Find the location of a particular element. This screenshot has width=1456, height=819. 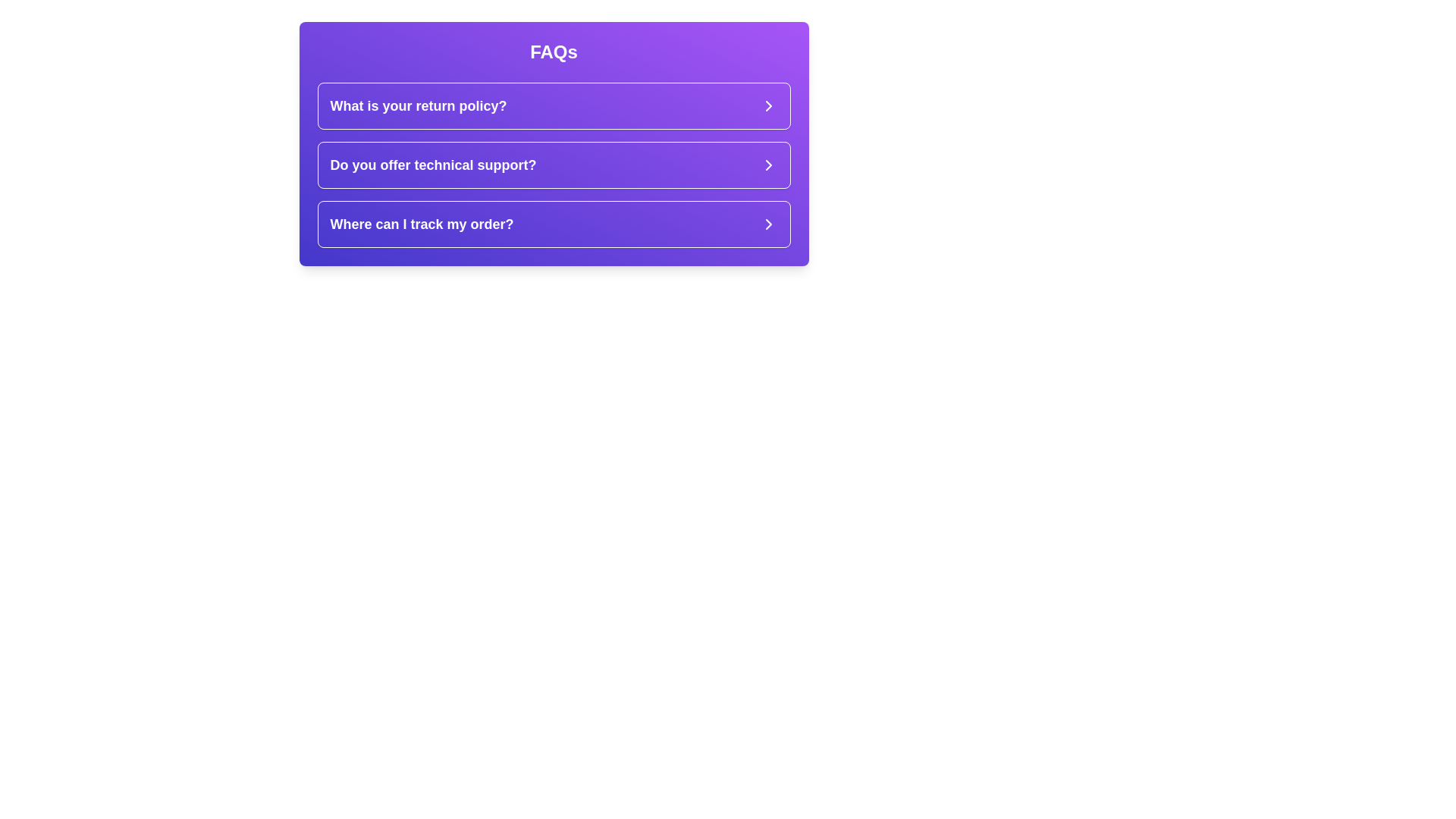

the Chevron Icon located on the right edge of the FAQ entry for 'Do you offer technical support?' is located at coordinates (768, 165).